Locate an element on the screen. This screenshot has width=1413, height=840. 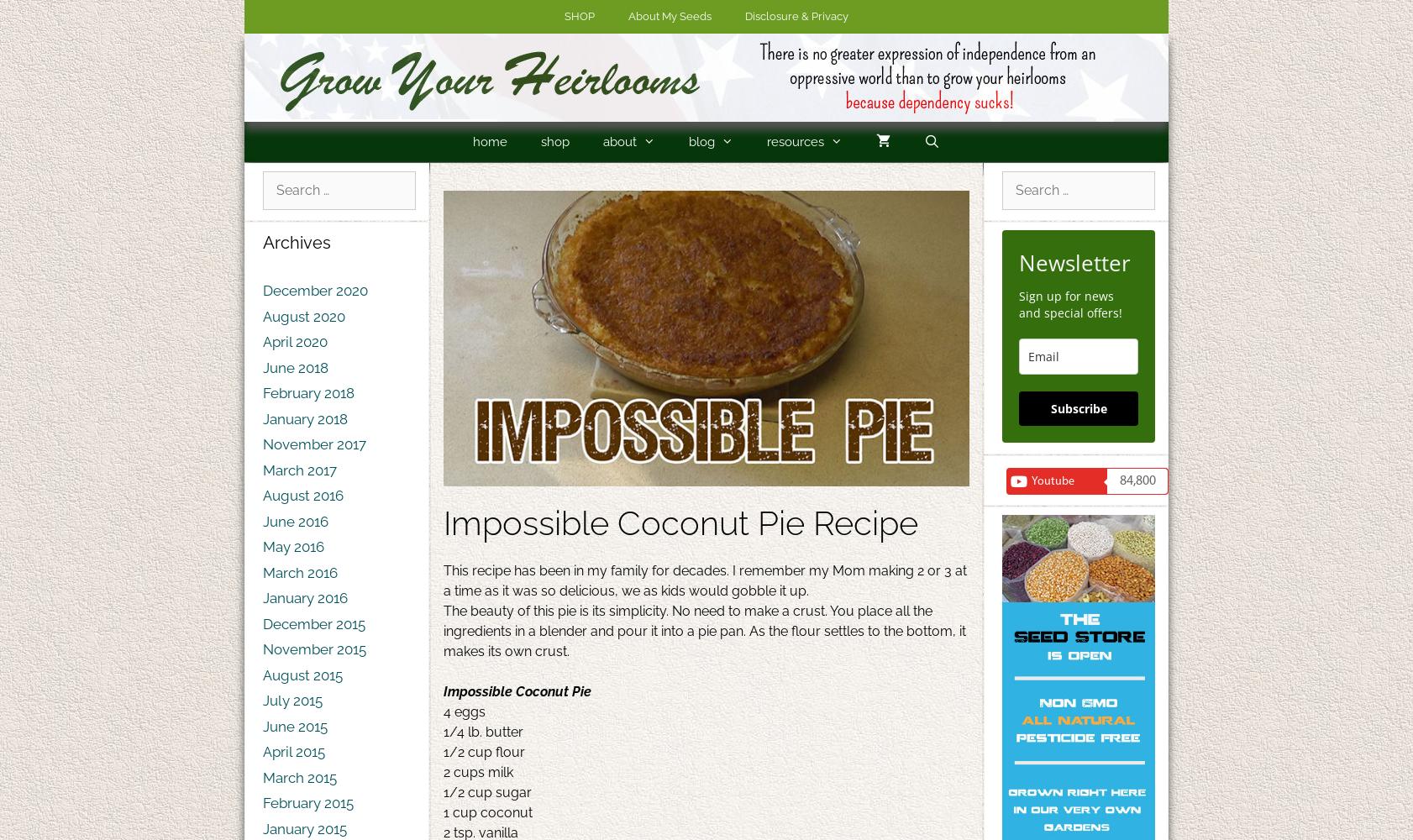
'May 2016' is located at coordinates (292, 547).